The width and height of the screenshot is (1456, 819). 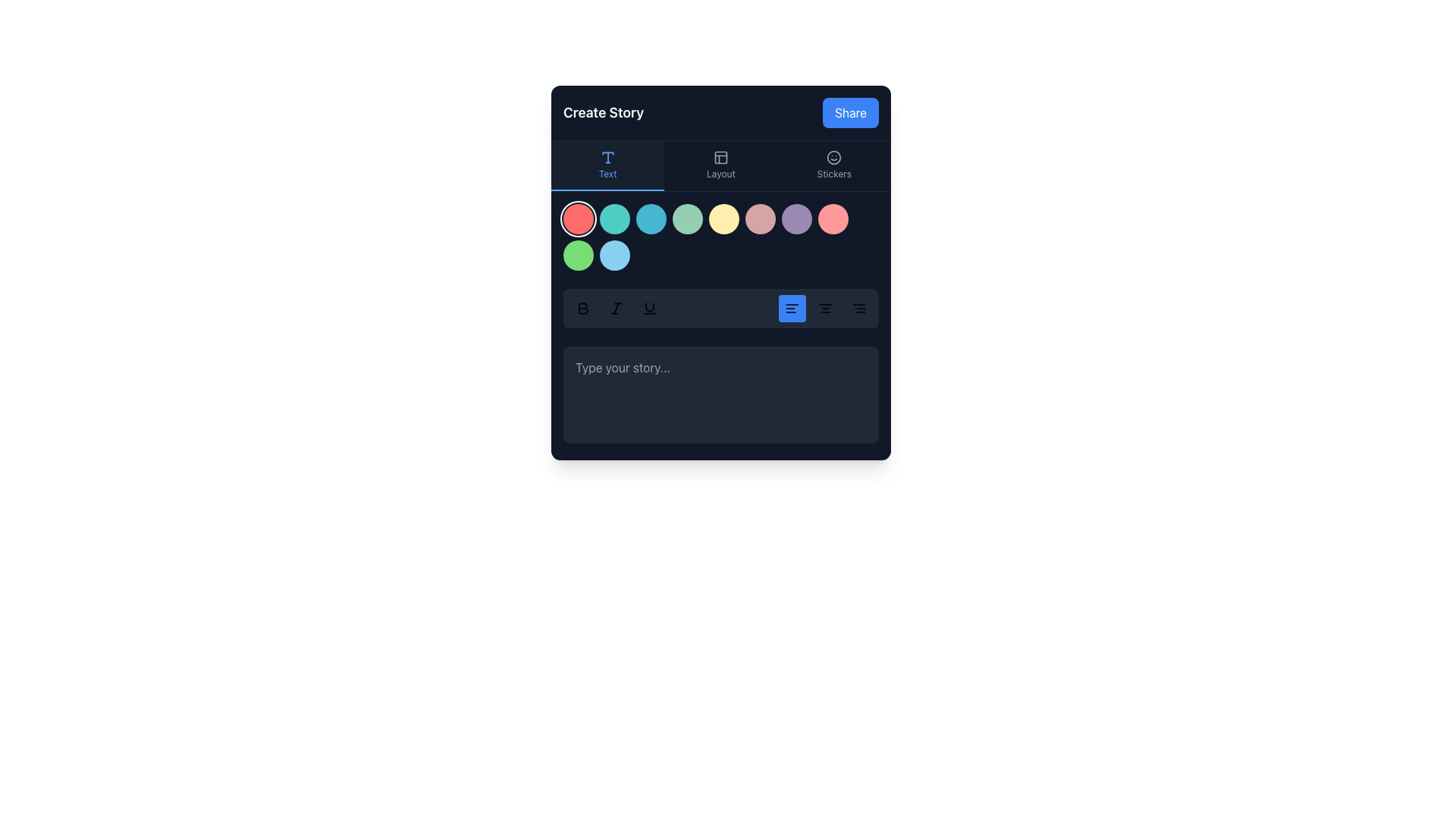 What do you see at coordinates (792, 308) in the screenshot?
I see `the left alignment icon button, which resembles three horizontal lines and is located on the toolbar, part of the alignment options group` at bounding box center [792, 308].